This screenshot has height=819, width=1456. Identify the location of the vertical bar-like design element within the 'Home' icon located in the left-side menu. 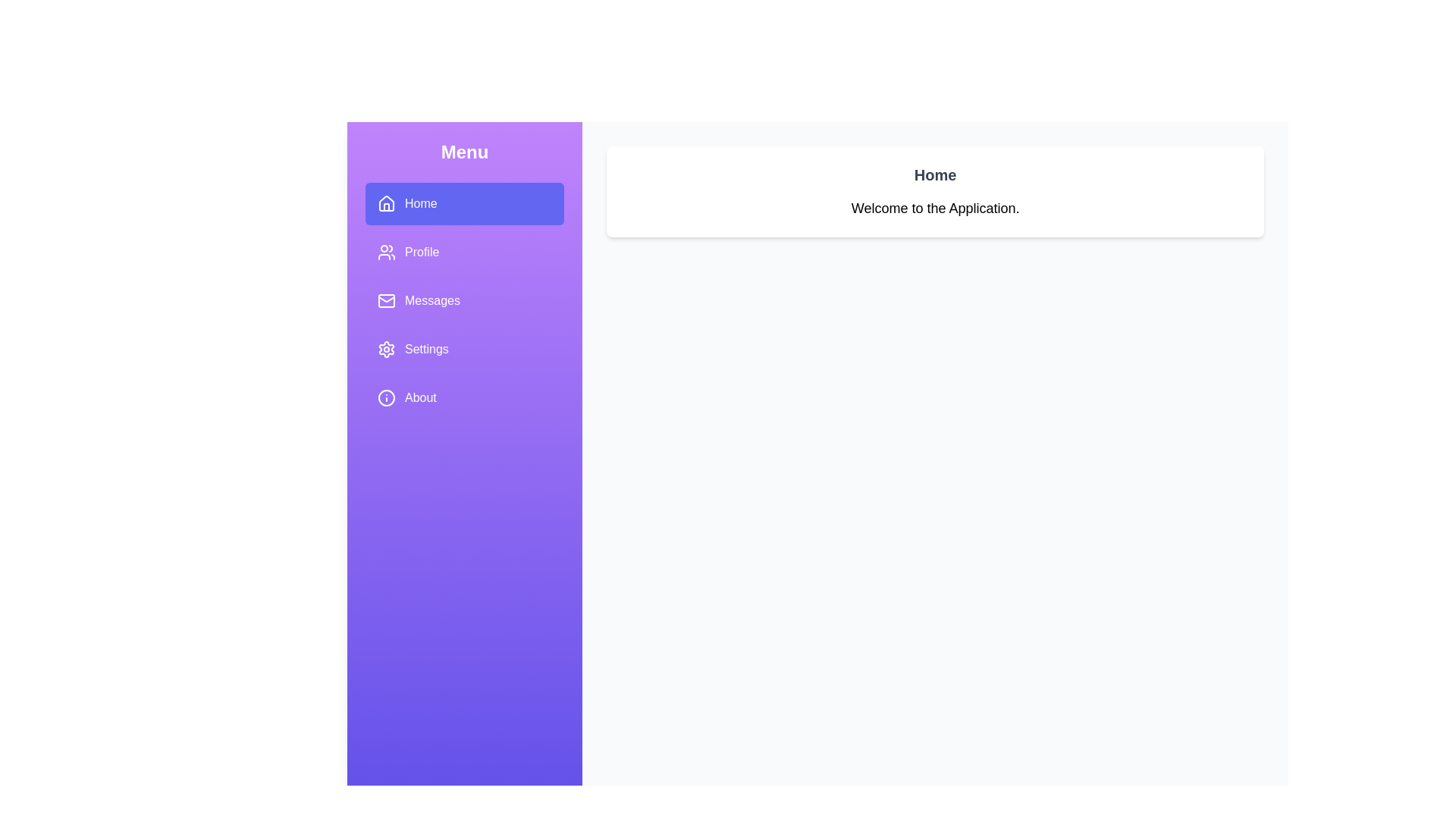
(386, 207).